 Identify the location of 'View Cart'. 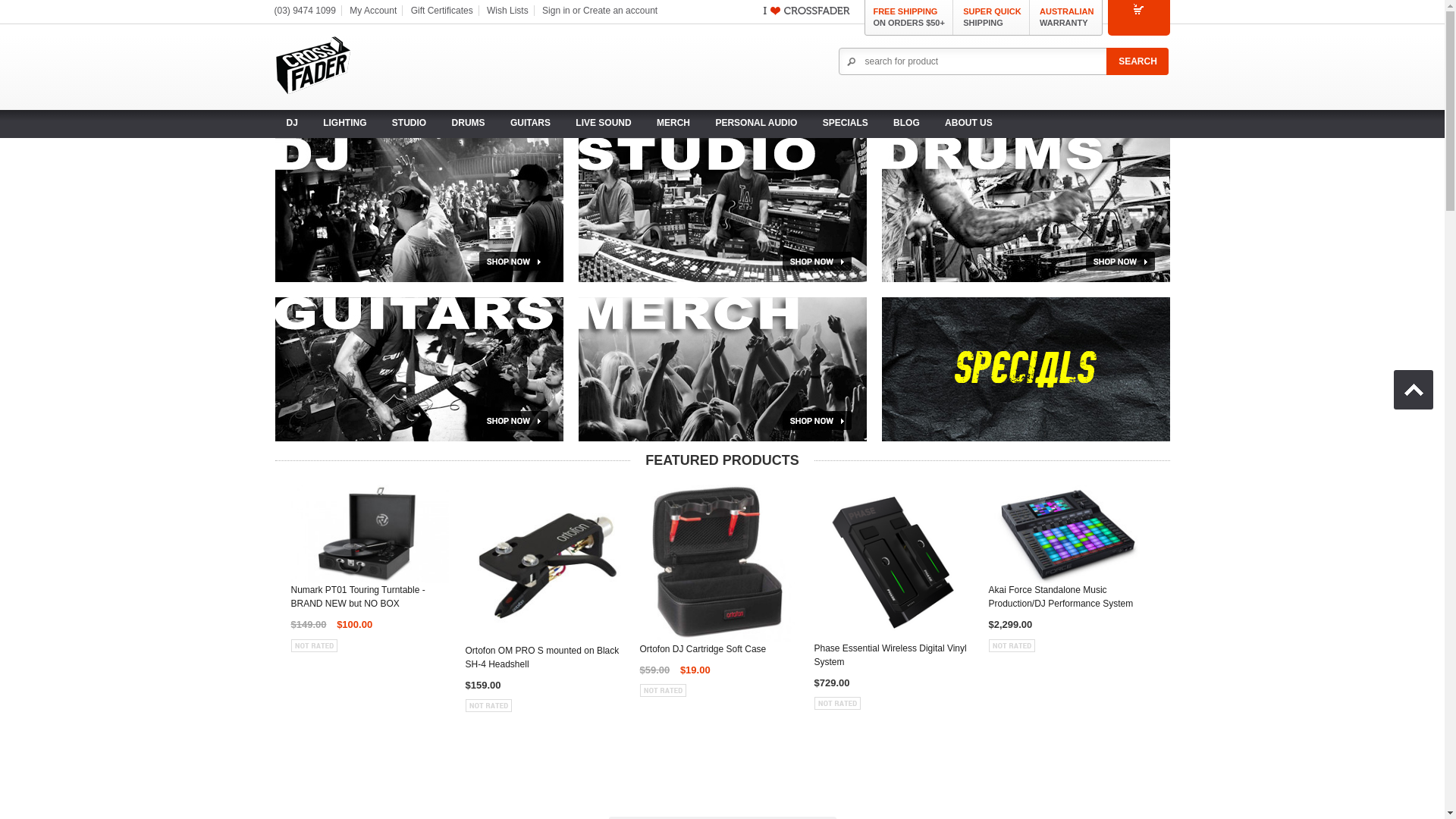
(1138, 17).